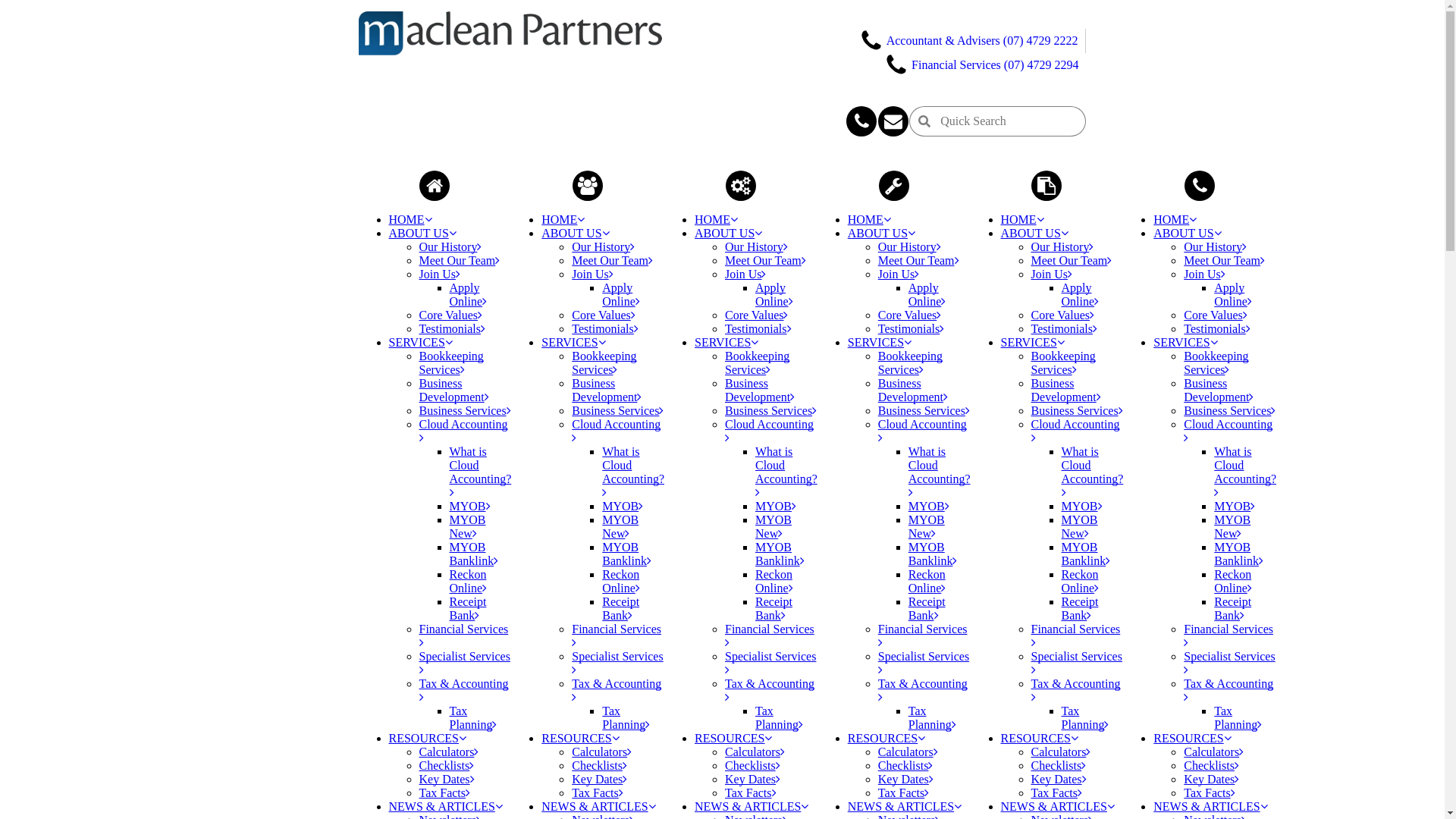 The width and height of the screenshot is (1456, 819). What do you see at coordinates (579, 737) in the screenshot?
I see `'RESOURCES'` at bounding box center [579, 737].